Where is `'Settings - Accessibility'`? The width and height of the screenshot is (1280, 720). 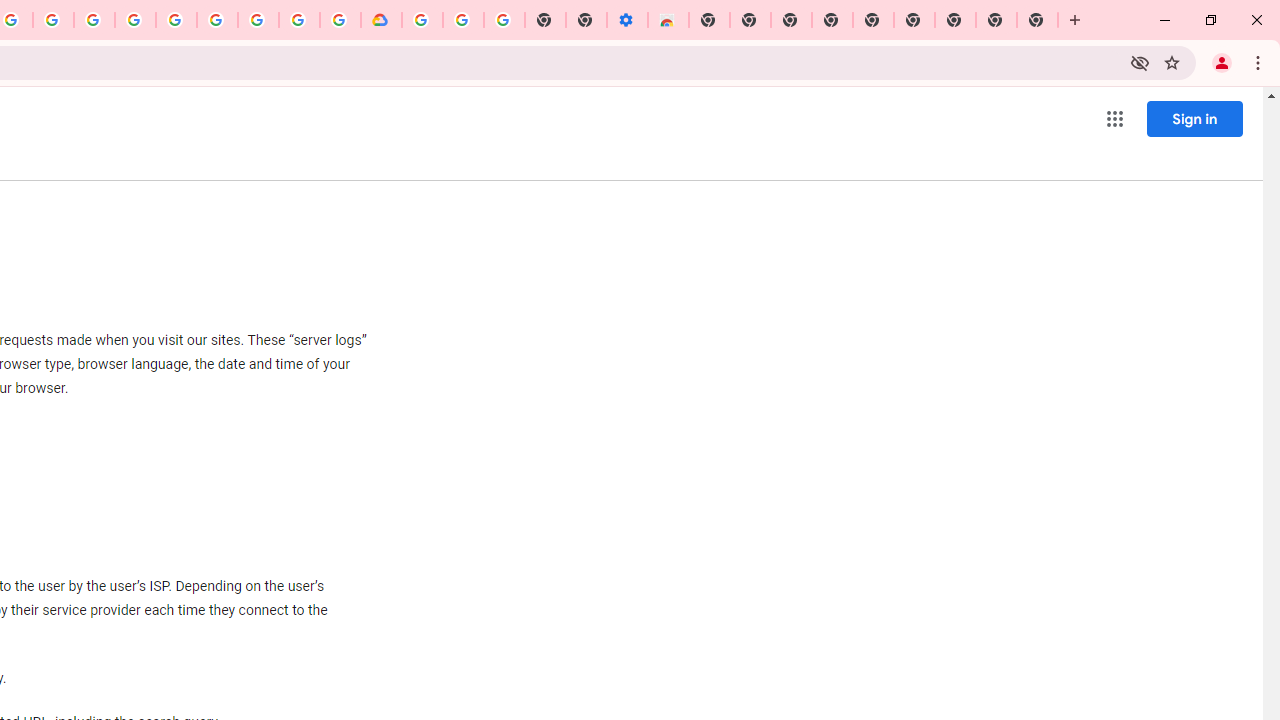 'Settings - Accessibility' is located at coordinates (626, 20).